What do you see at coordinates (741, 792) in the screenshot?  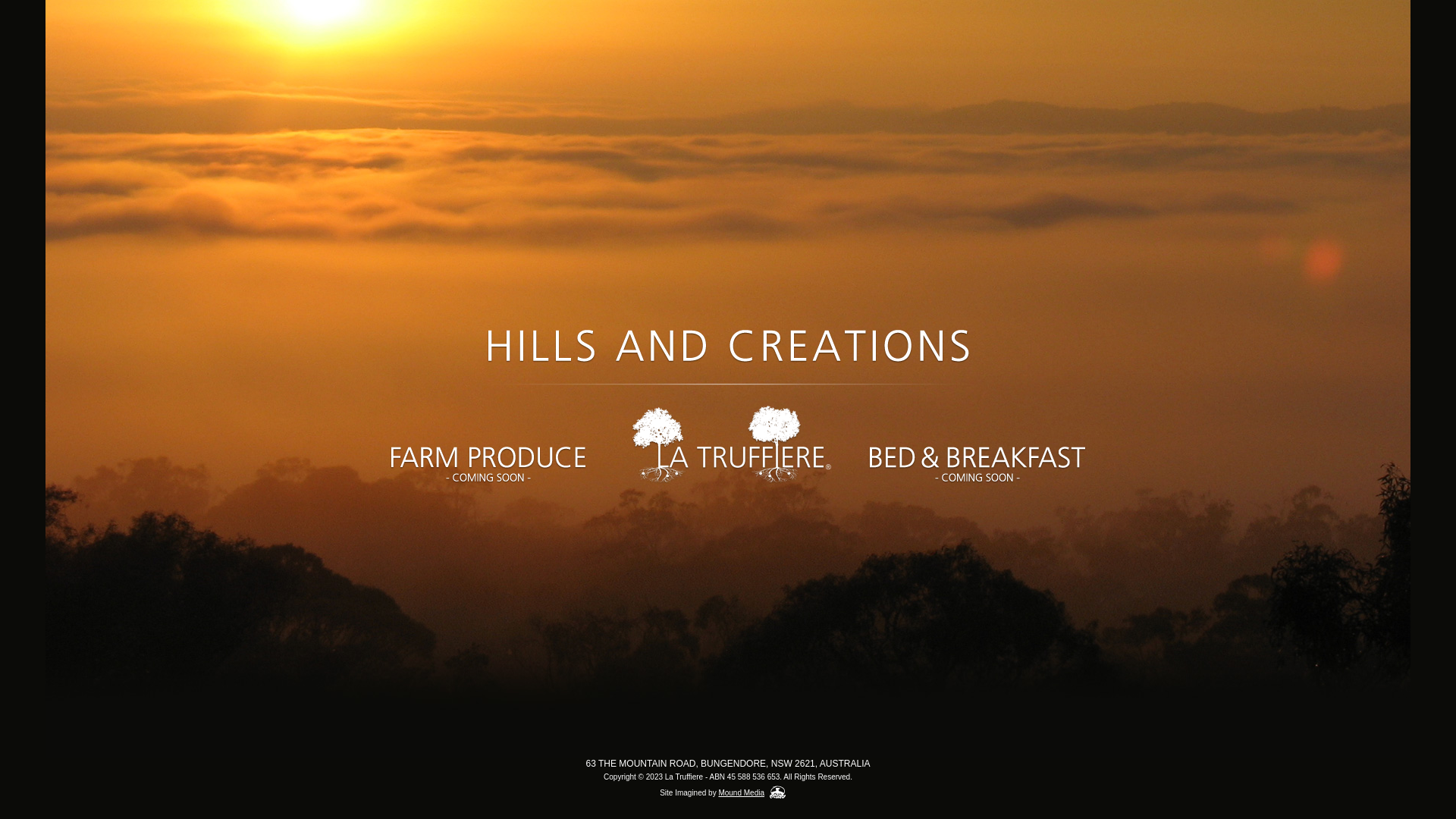 I see `'Mound Media'` at bounding box center [741, 792].